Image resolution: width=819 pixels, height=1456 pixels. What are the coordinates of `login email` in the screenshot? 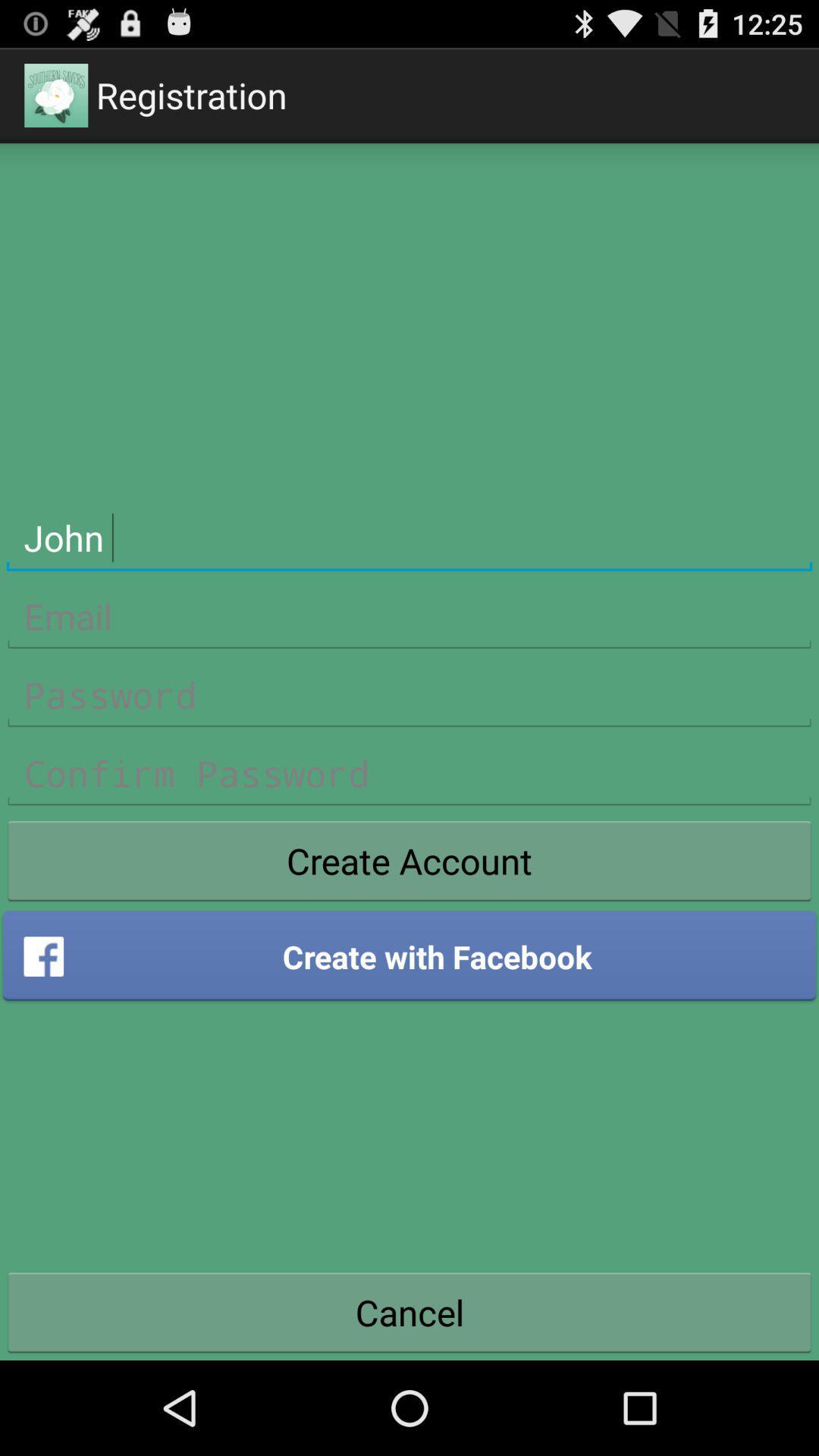 It's located at (409, 617).